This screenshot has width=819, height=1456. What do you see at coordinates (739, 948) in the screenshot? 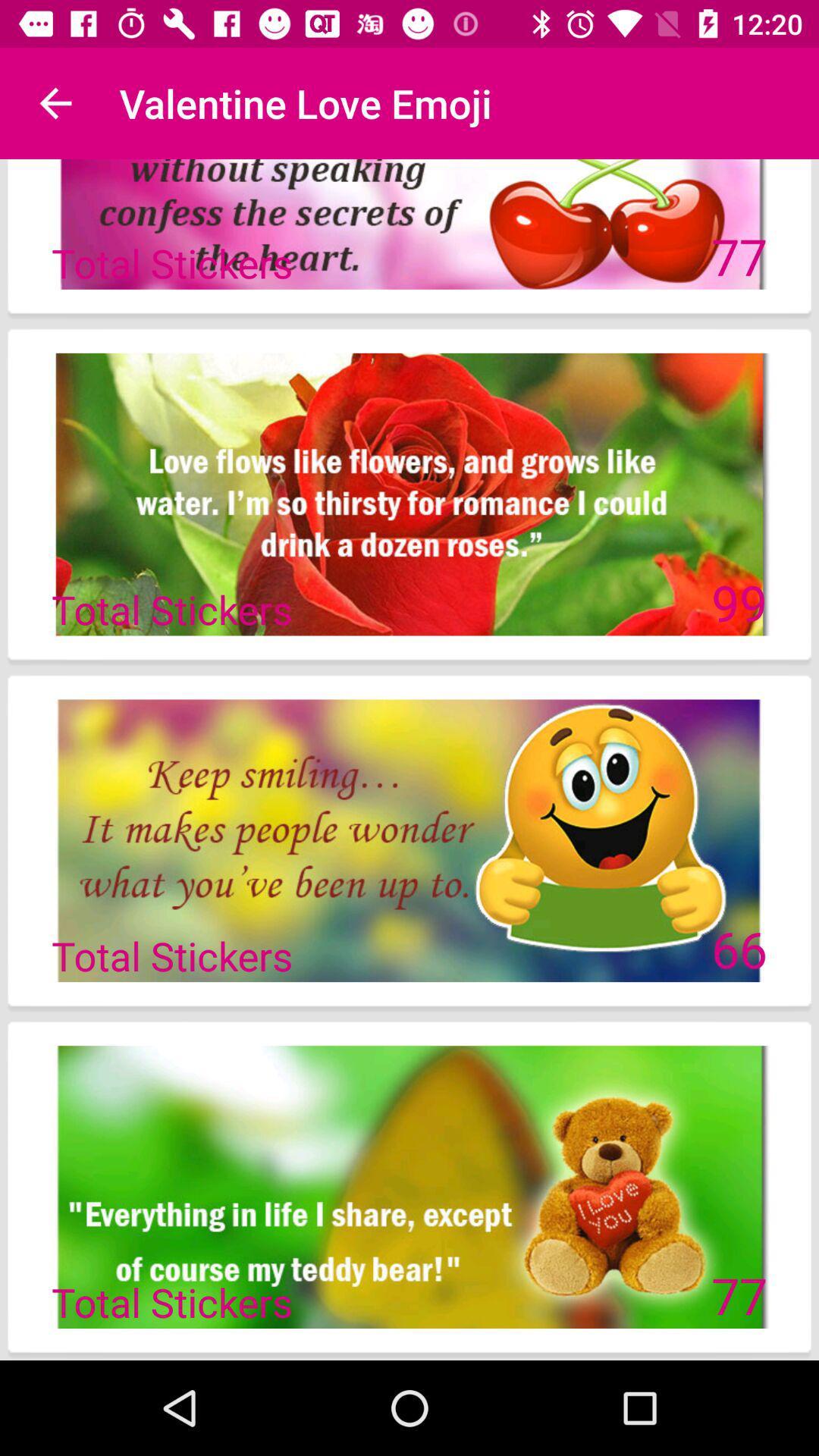
I see `item to the right of the total stickers icon` at bounding box center [739, 948].